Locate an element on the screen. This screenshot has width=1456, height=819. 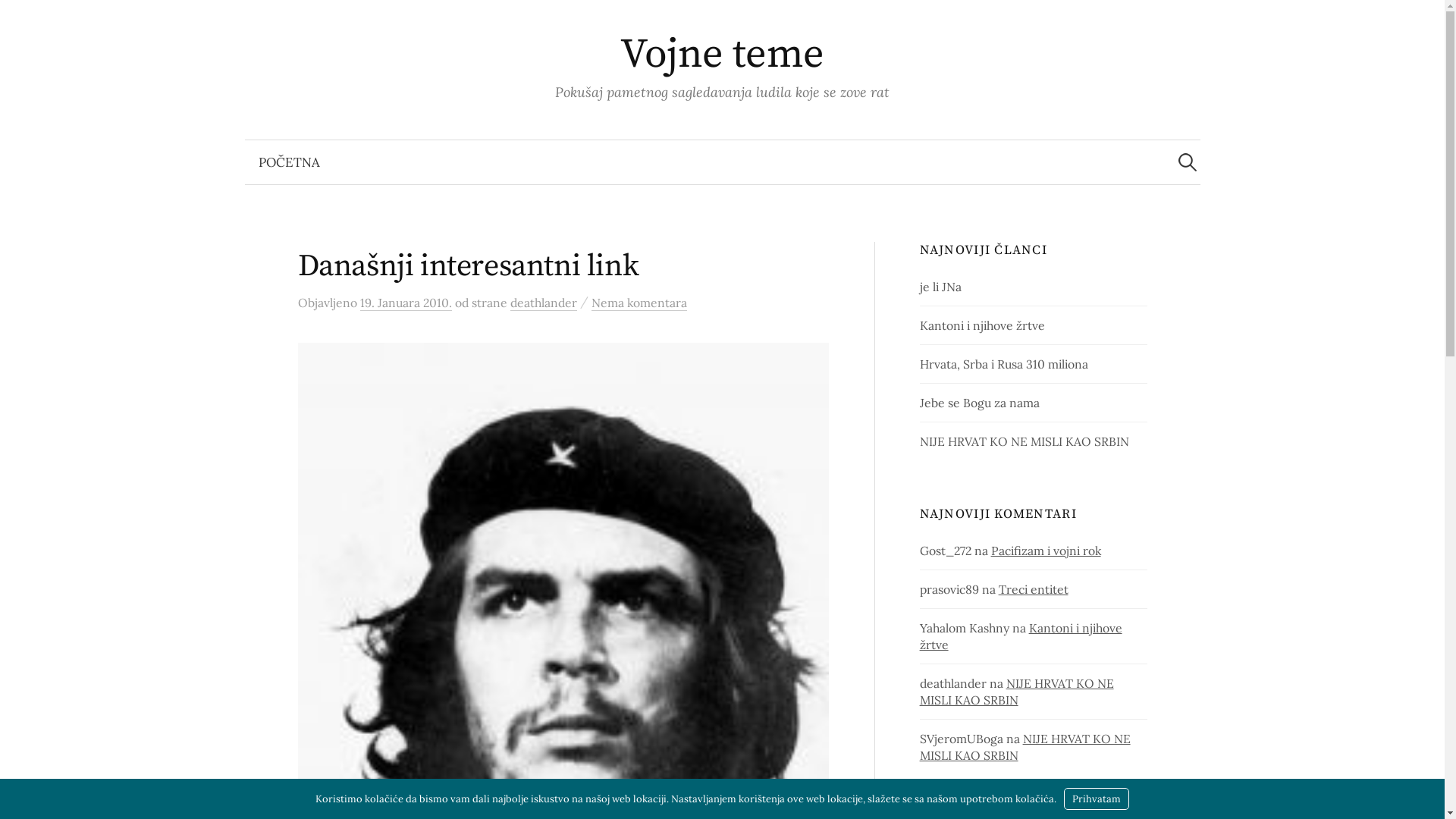
'Vojne teme' is located at coordinates (721, 54).